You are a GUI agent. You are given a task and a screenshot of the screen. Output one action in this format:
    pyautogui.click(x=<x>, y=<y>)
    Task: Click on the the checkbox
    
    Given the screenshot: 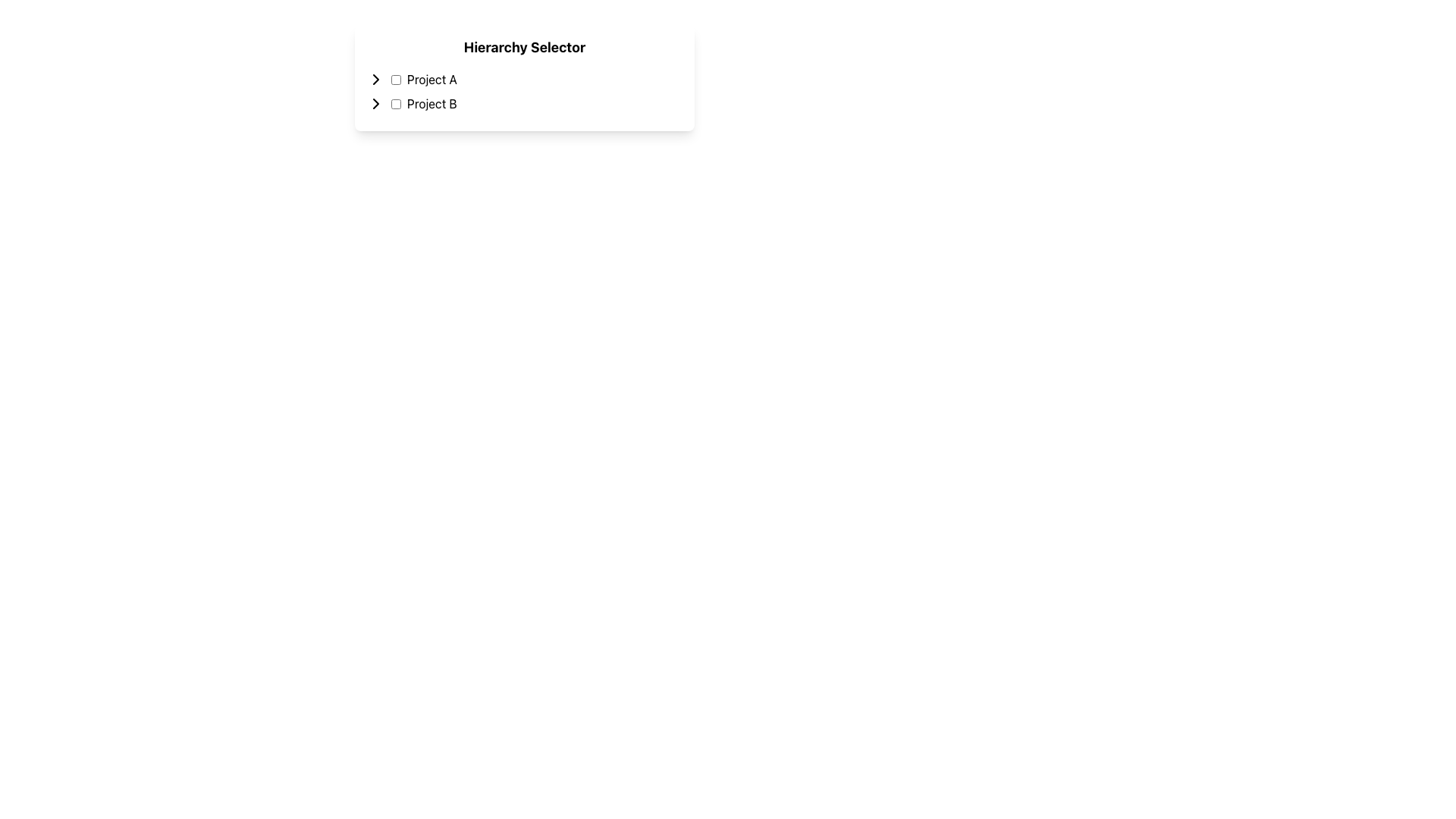 What is the action you would take?
    pyautogui.click(x=396, y=79)
    